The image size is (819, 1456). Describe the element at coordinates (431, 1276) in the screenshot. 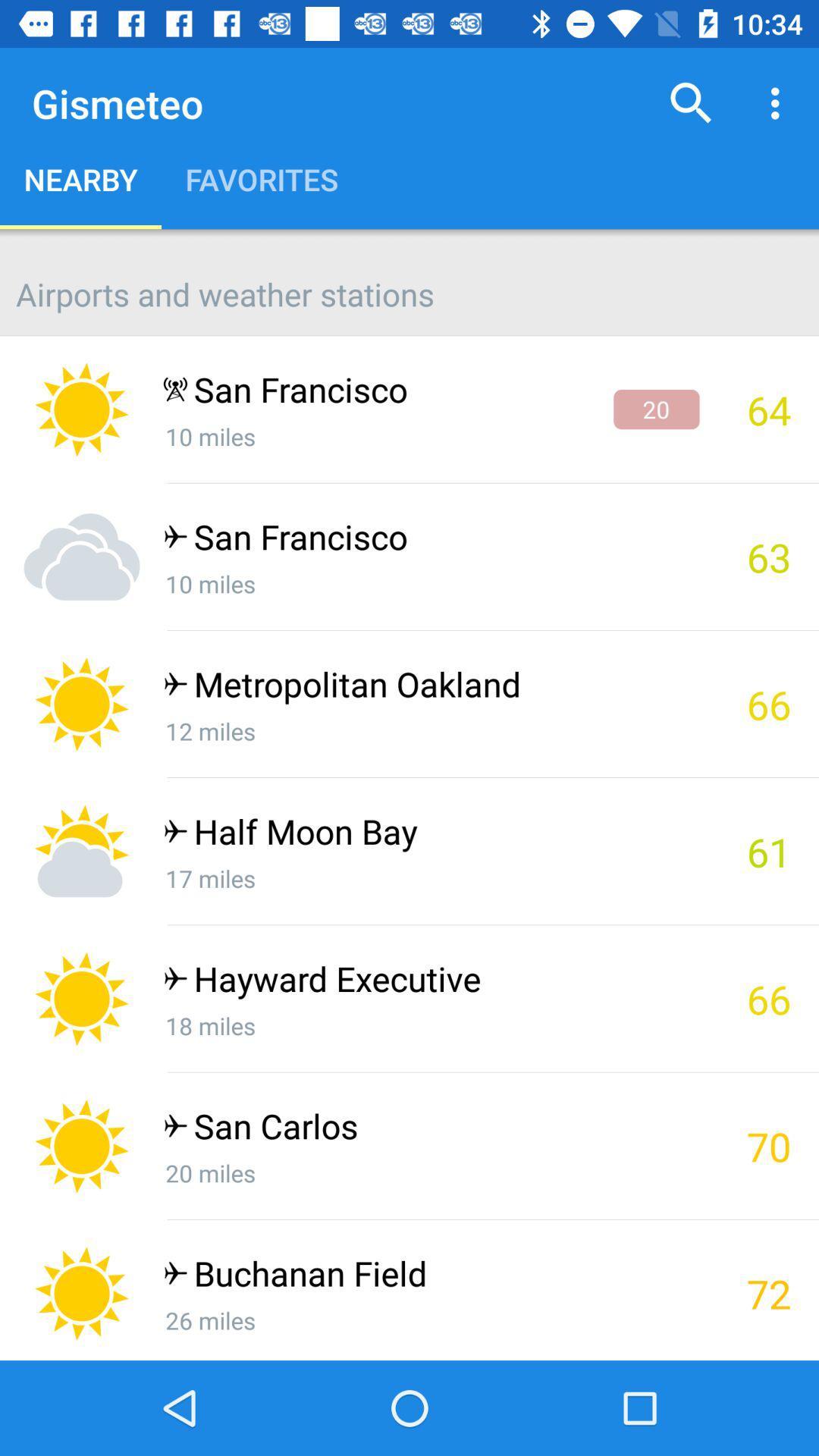

I see `the buchanan field icon` at that location.